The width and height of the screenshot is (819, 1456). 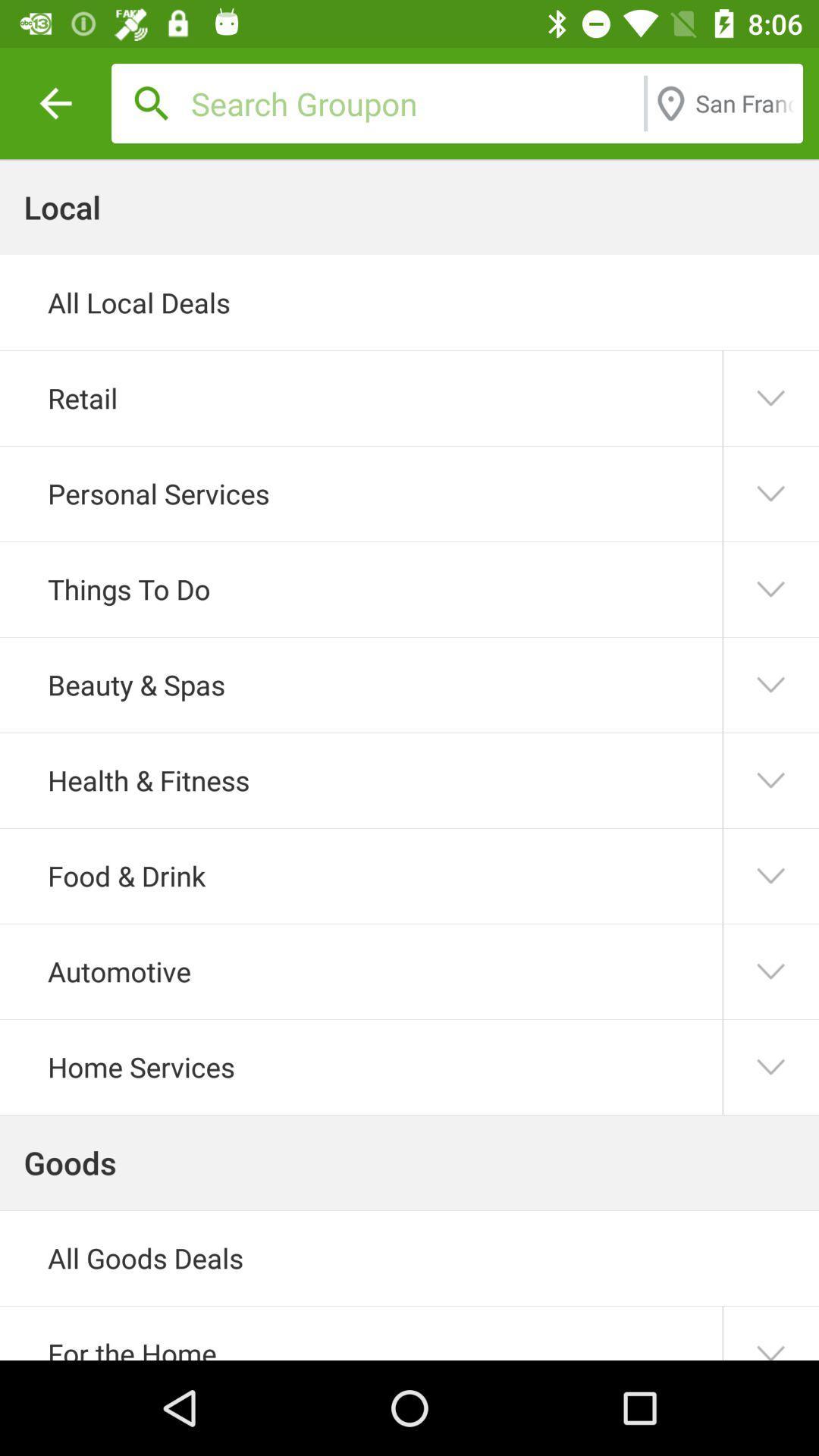 What do you see at coordinates (413, 102) in the screenshot?
I see `search box` at bounding box center [413, 102].